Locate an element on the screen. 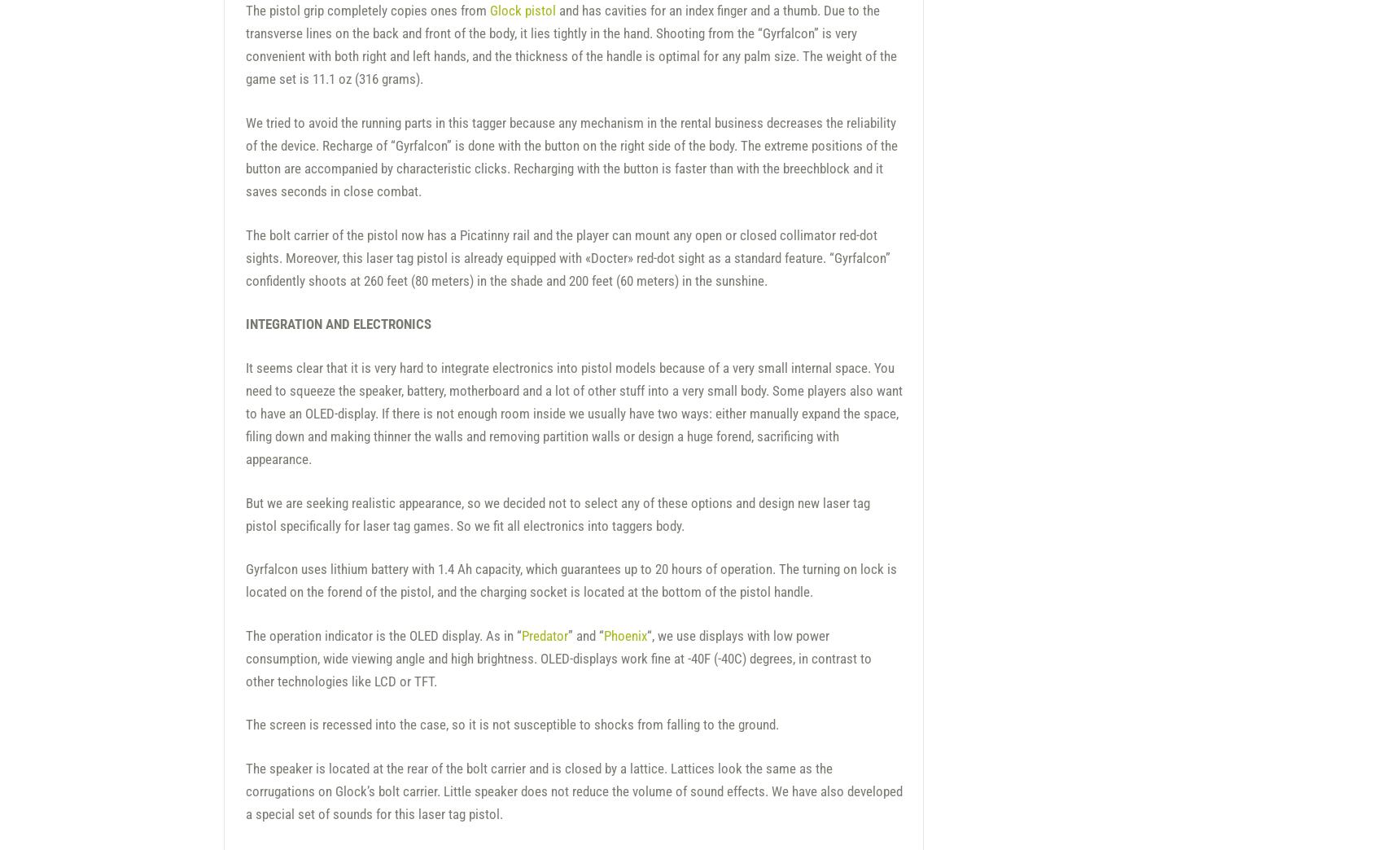  'Predator' is located at coordinates (544, 634).